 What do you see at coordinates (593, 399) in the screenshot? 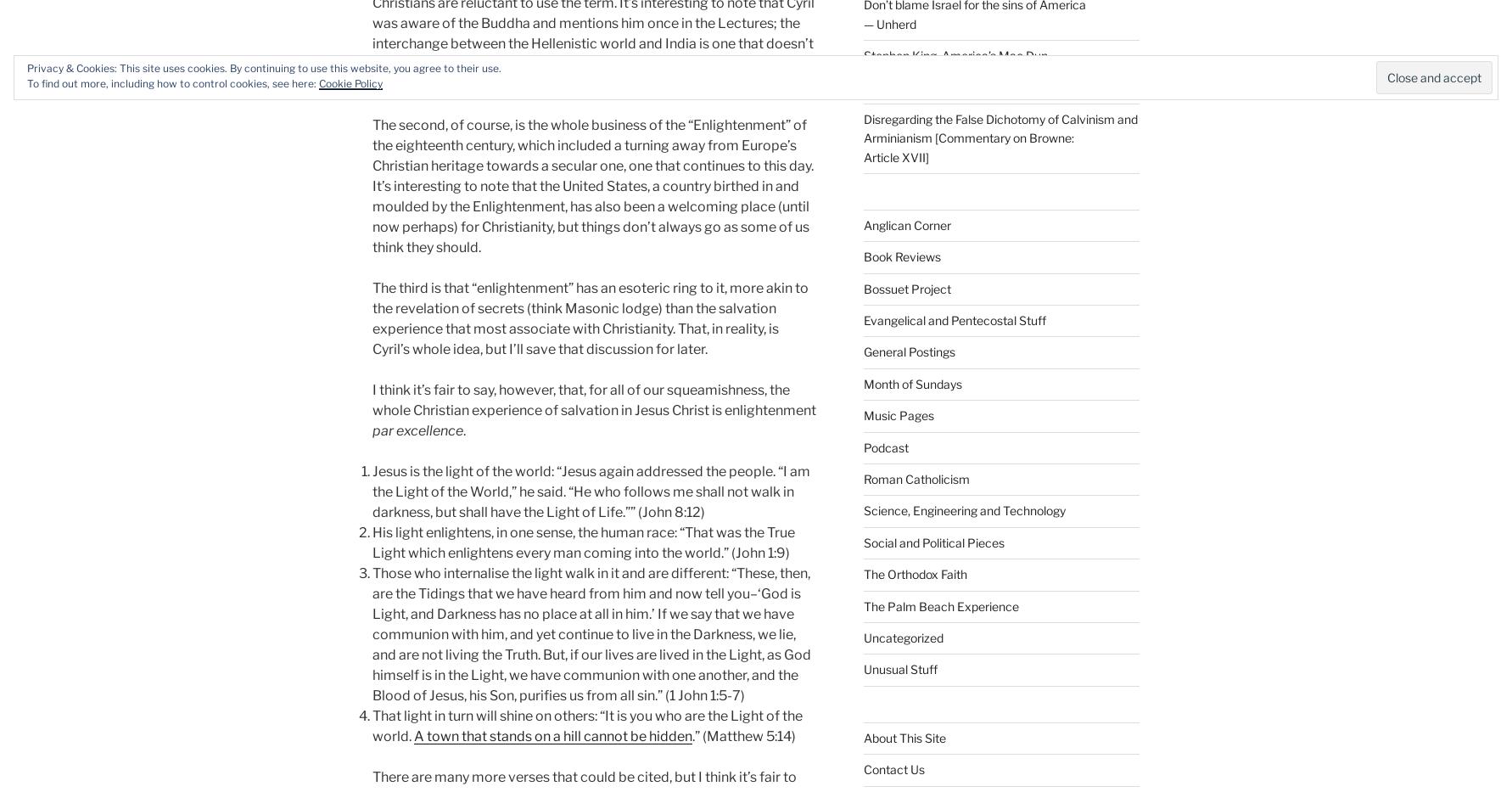
I see `'I think it’s fair to say, however, that, for all of our squeamishness, the whole Christian experience of salvation in Jesus Christ is enlightenment'` at bounding box center [593, 399].